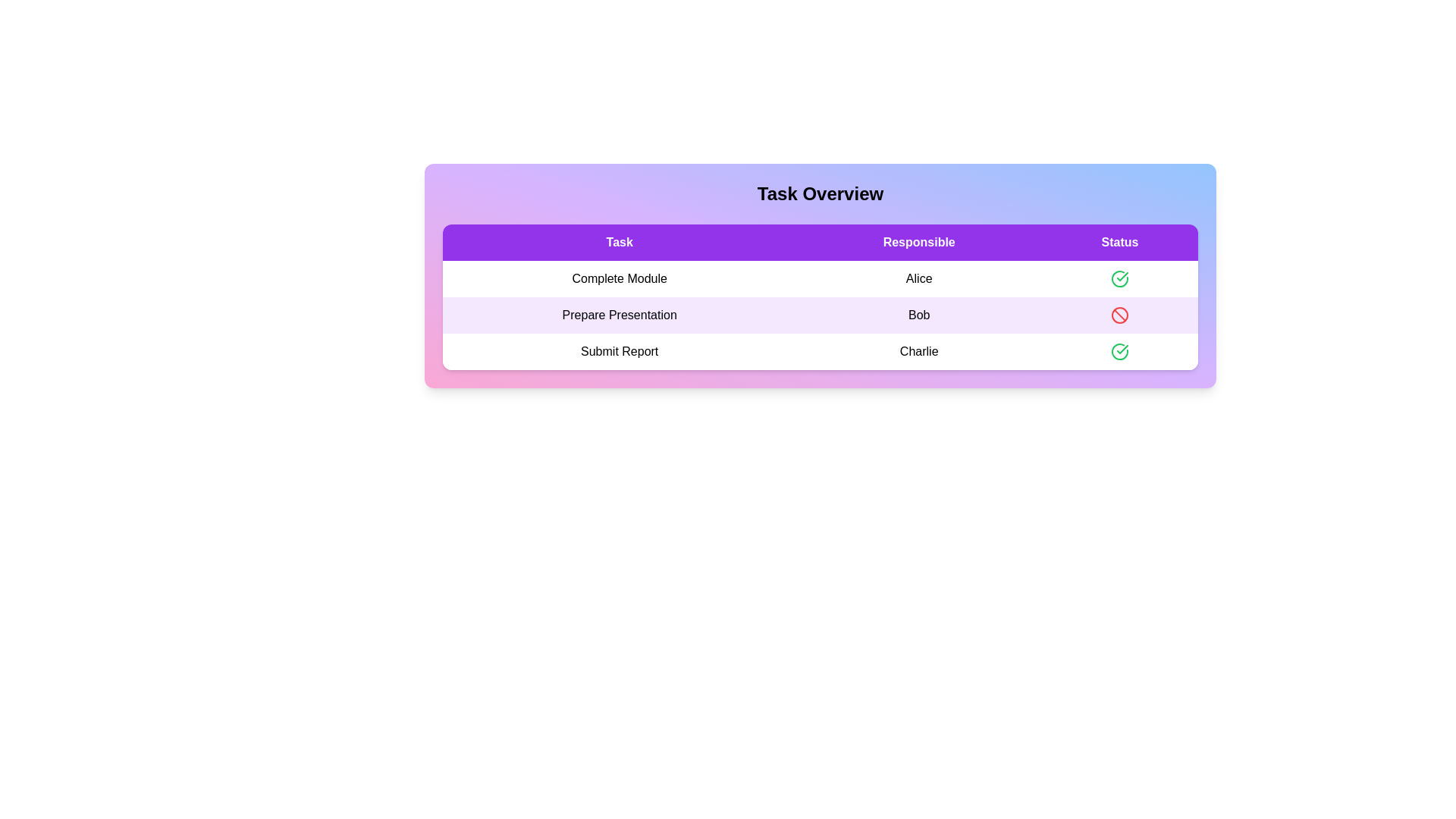 The image size is (1456, 819). What do you see at coordinates (918, 315) in the screenshot?
I see `the text label displaying the name of the person responsible for the task 'Prepare Presentation' in the second row of the table under the 'Responsible' column` at bounding box center [918, 315].